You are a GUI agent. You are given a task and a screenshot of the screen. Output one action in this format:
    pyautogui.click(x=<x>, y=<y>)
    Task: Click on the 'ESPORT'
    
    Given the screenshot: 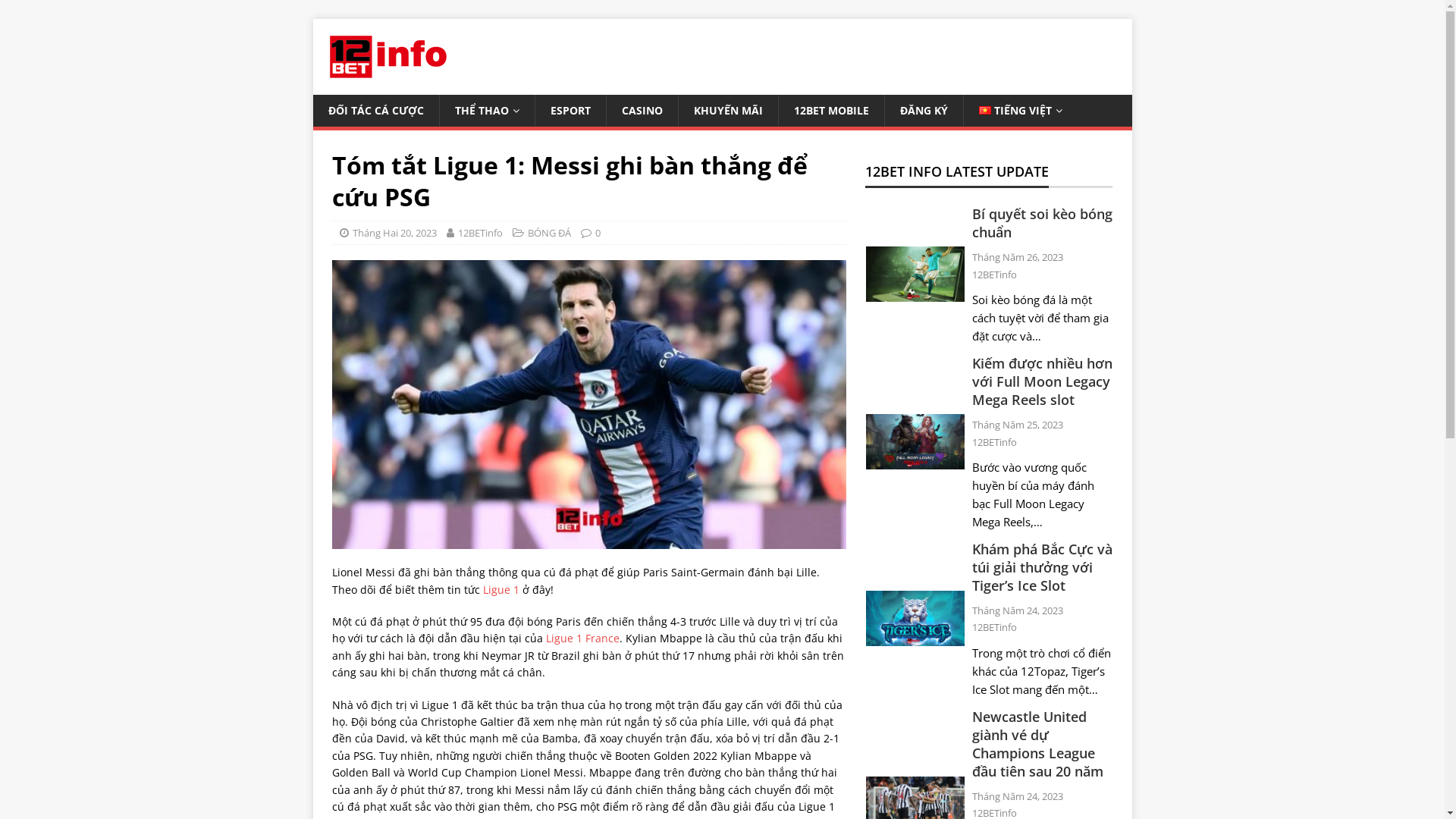 What is the action you would take?
    pyautogui.click(x=568, y=110)
    